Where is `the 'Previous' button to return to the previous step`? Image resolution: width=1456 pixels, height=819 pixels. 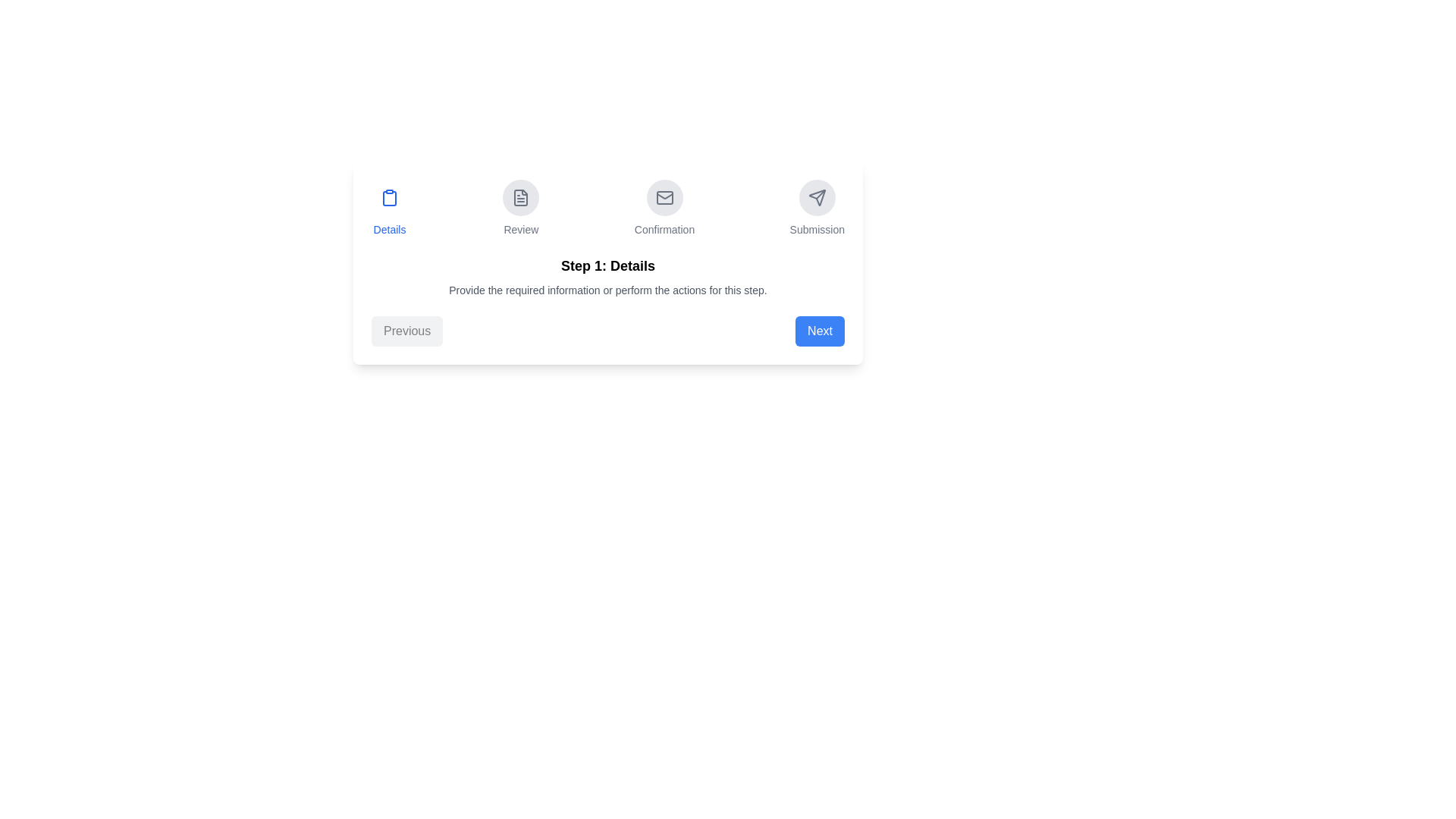
the 'Previous' button to return to the previous step is located at coordinates (407, 330).